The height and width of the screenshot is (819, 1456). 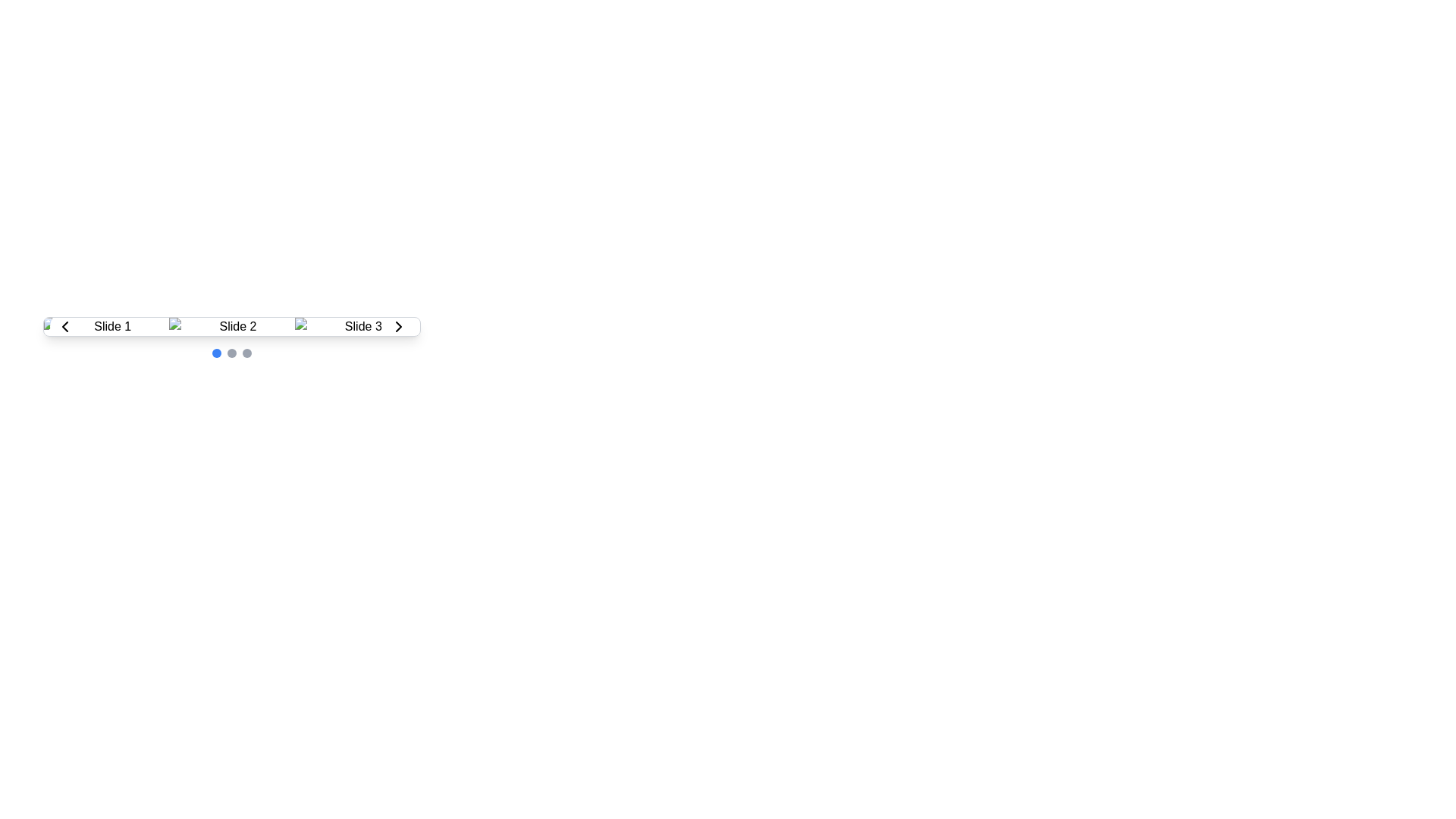 I want to click on the first image in the carousel, labeled 'Slide 1', so click(x=105, y=326).